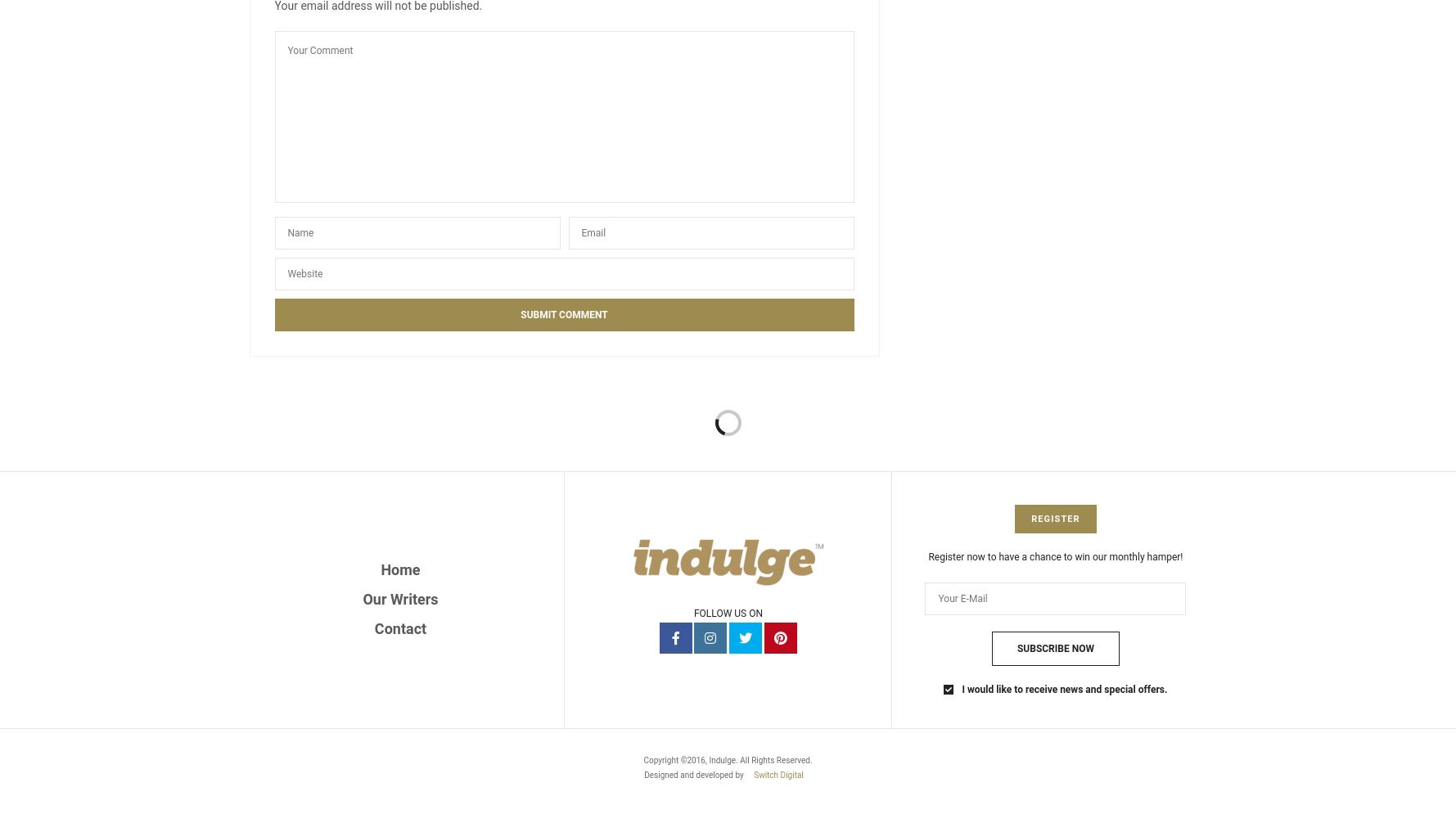 Image resolution: width=1456 pixels, height=814 pixels. Describe the element at coordinates (727, 759) in the screenshot. I see `'Copyright ©2016, Indulge. All Rights Reserved.'` at that location.